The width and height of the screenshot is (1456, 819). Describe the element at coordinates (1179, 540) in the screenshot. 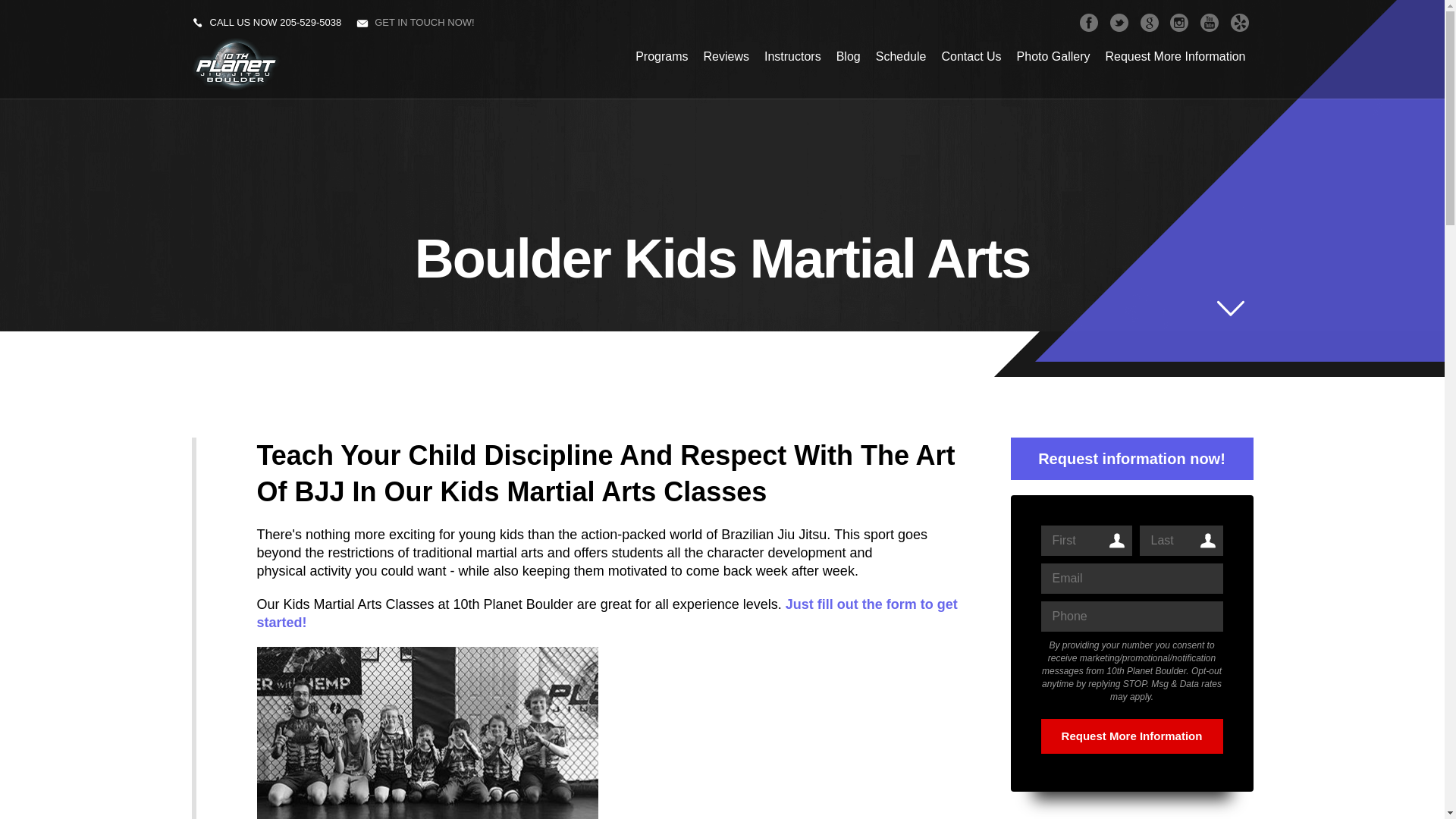

I see `'Last'` at that location.